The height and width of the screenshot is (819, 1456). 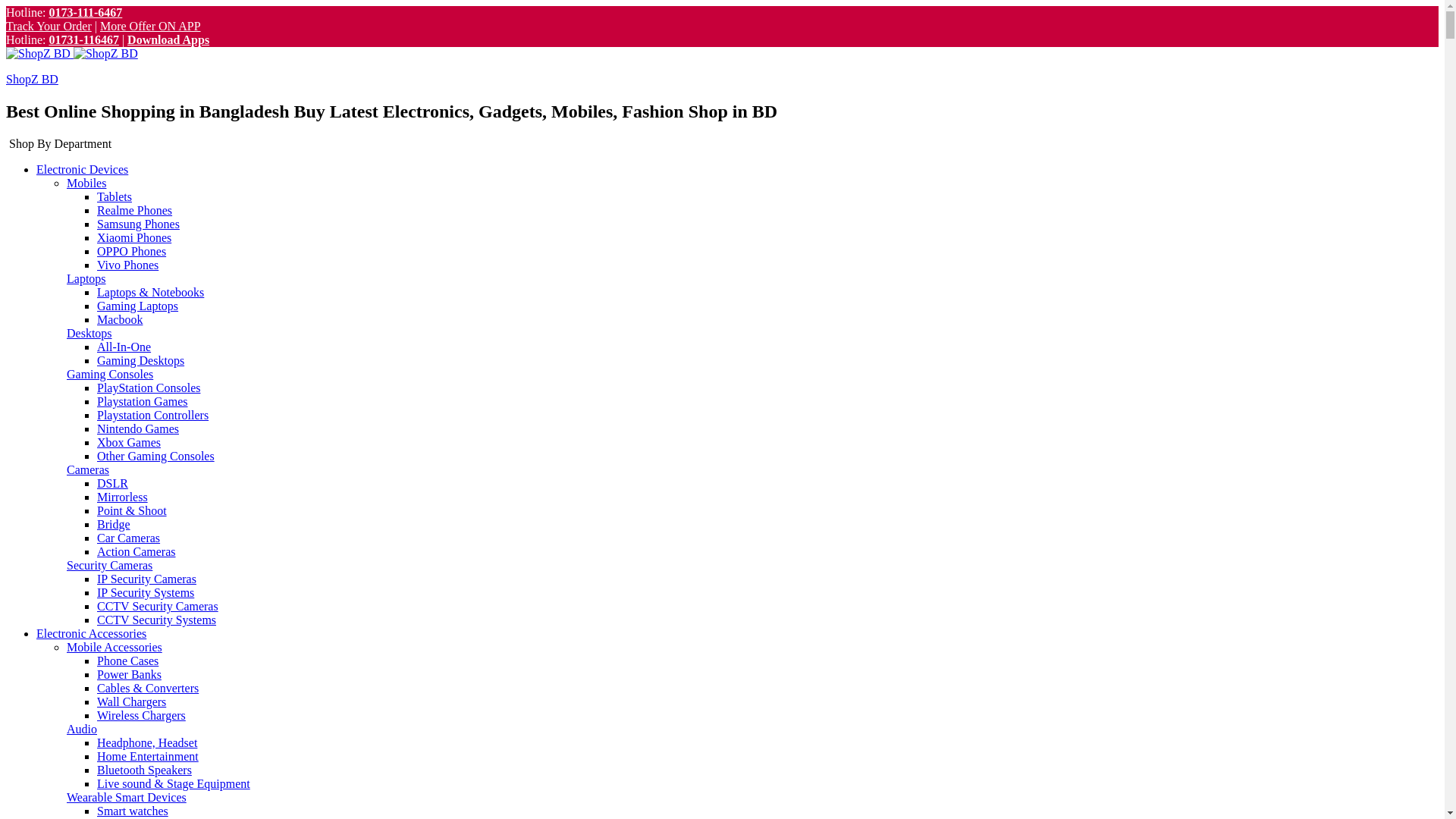 What do you see at coordinates (113, 196) in the screenshot?
I see `'Tablets'` at bounding box center [113, 196].